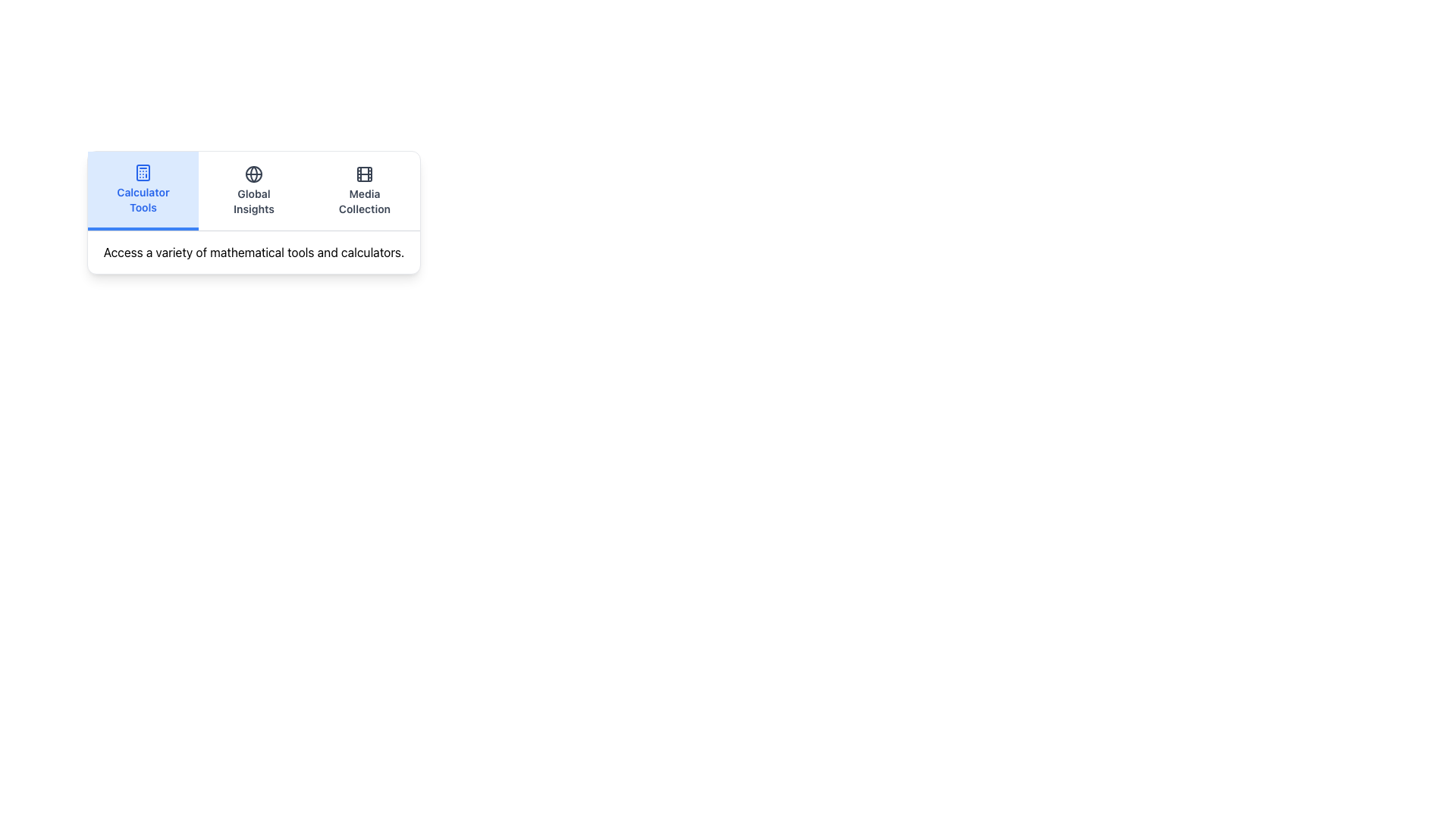  I want to click on the decorative SVG rectangle icon located in the top-left corner of the 'Media Collection' button area, so click(364, 174).